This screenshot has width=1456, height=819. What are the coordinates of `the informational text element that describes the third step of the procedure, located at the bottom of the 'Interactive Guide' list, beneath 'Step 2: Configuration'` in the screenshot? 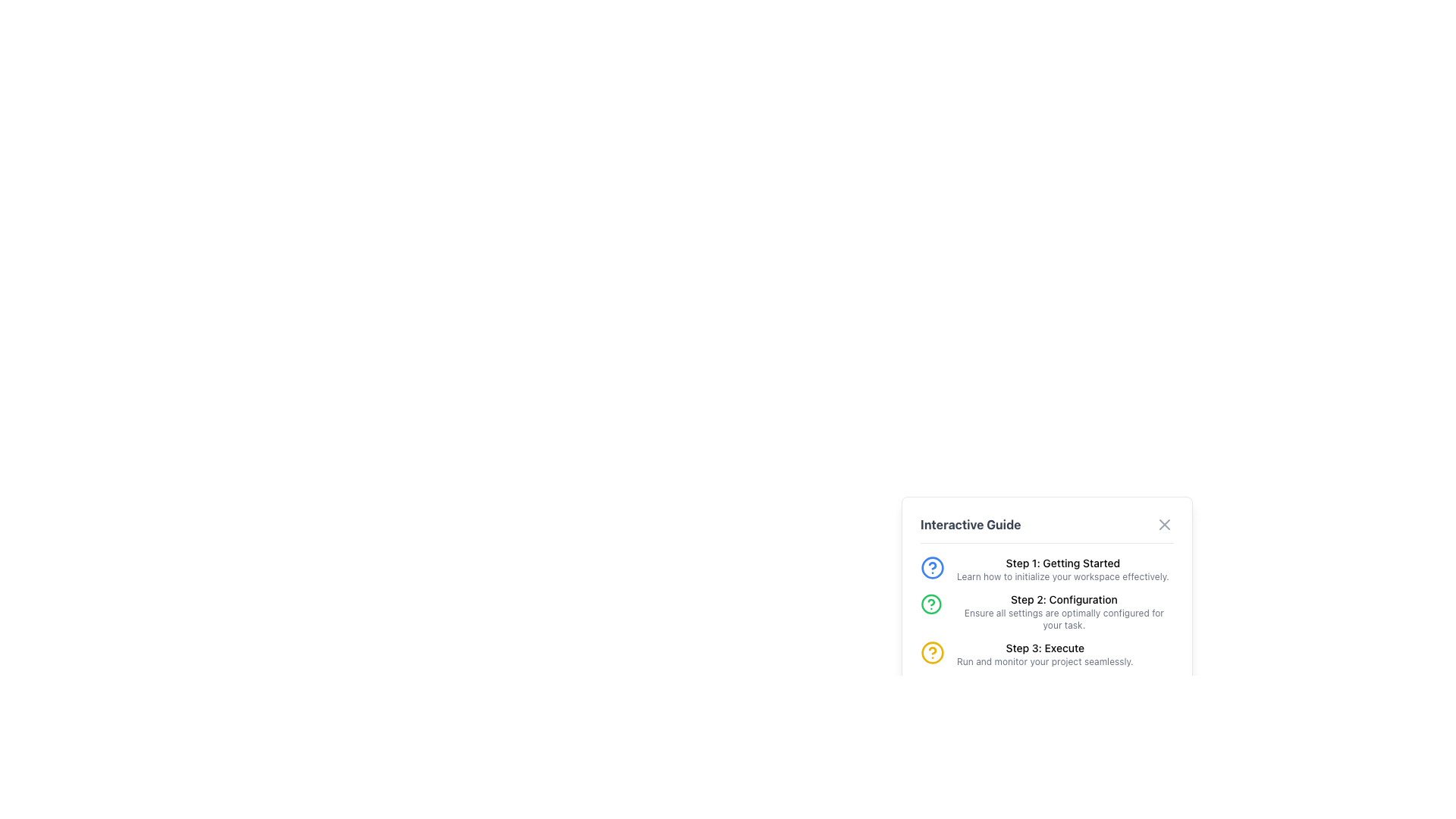 It's located at (1044, 654).